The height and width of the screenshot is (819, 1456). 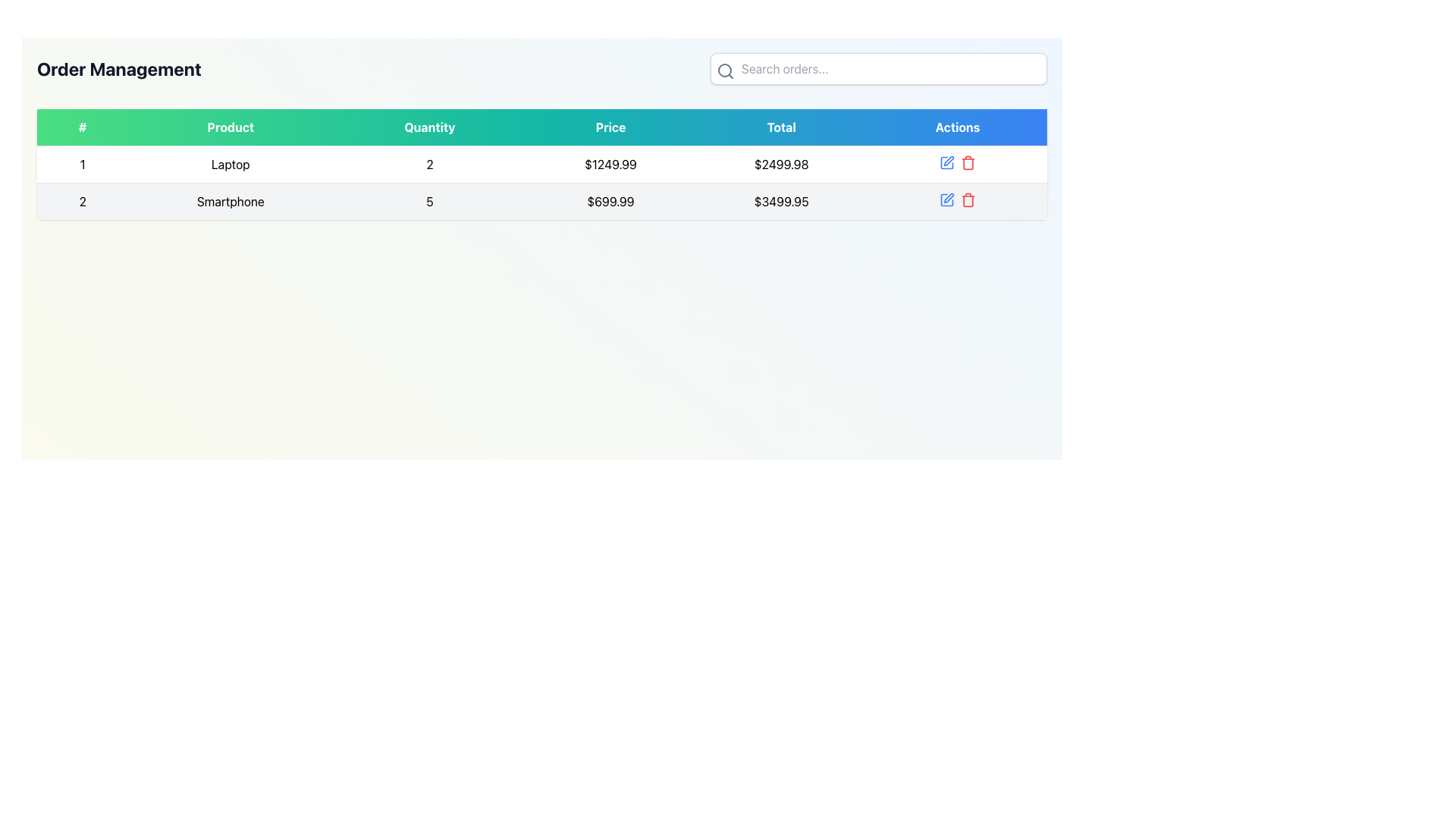 What do you see at coordinates (948, 161) in the screenshot?
I see `the edit icon located in the 'Actions' column of the second row of the table` at bounding box center [948, 161].